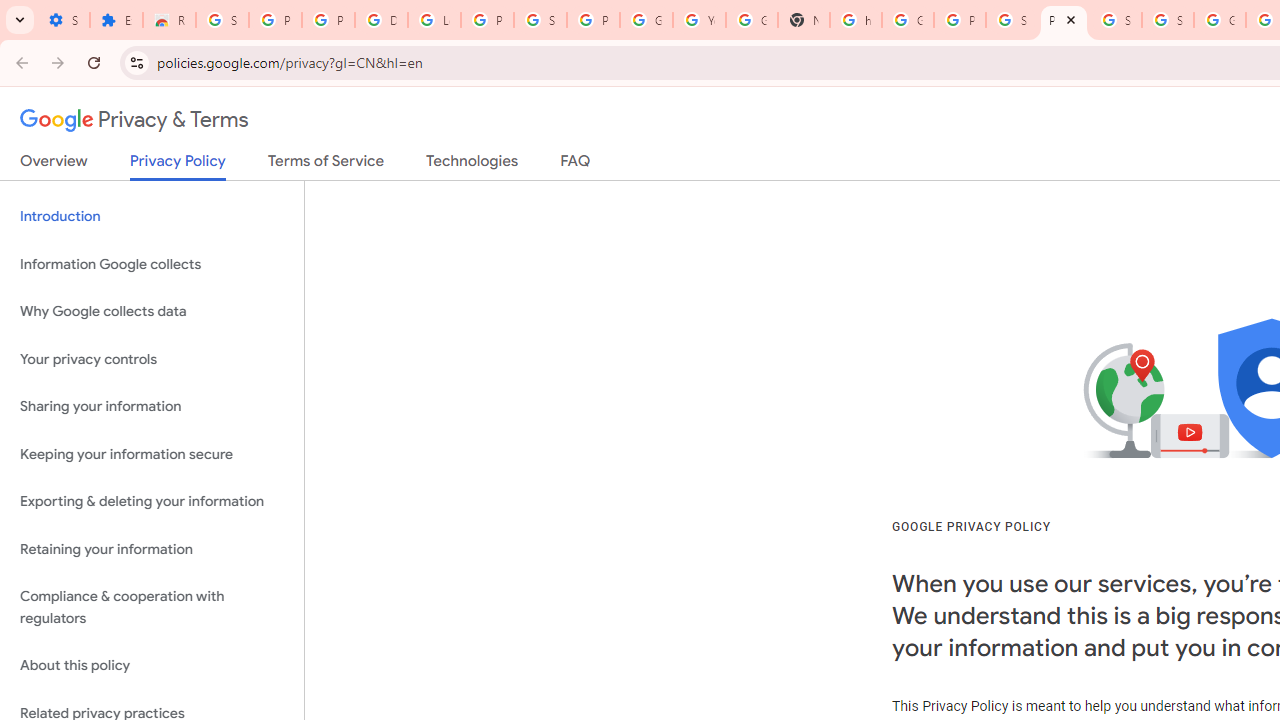 The height and width of the screenshot is (720, 1280). What do you see at coordinates (855, 20) in the screenshot?
I see `'https://scholar.google.com/'` at bounding box center [855, 20].